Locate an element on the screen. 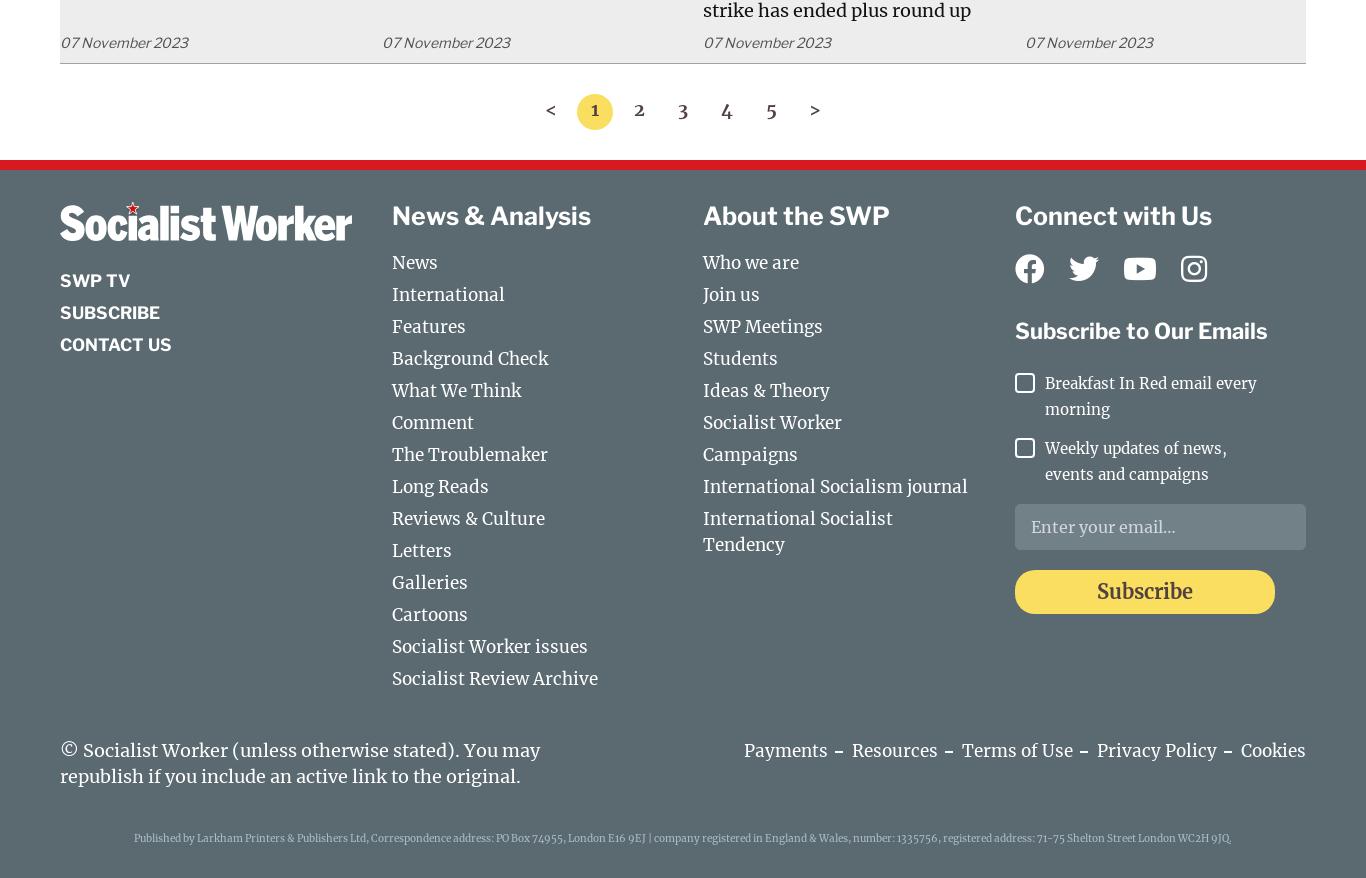  'Cookies' is located at coordinates (1272, 749).